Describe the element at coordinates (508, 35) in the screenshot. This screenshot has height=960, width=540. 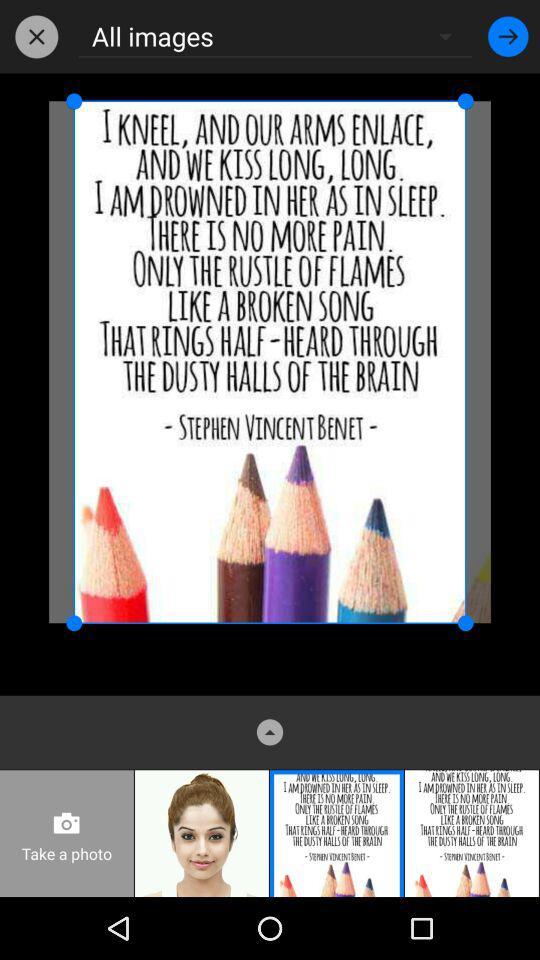
I see `the item next to the all images icon` at that location.